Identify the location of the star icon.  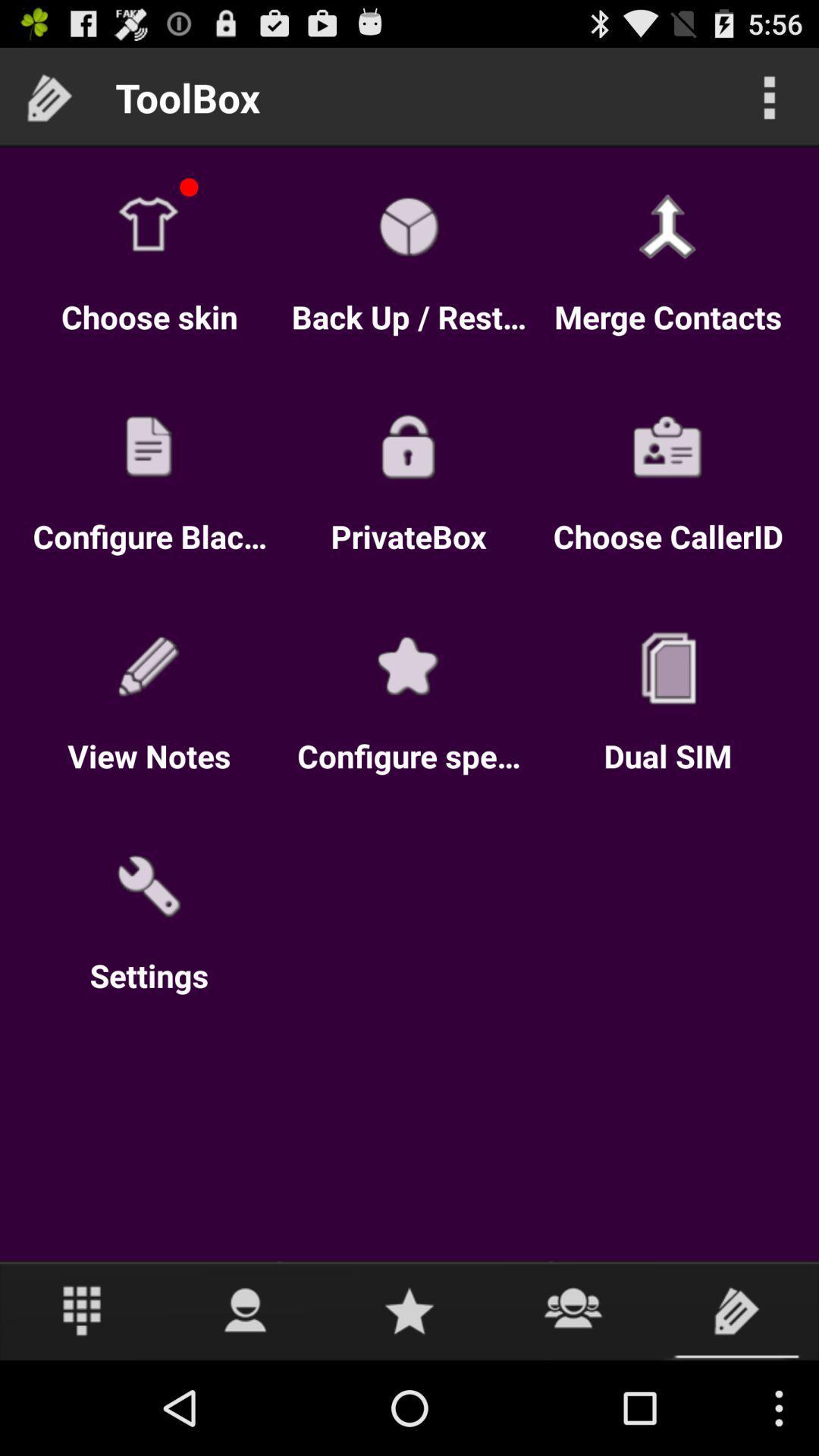
(409, 1401).